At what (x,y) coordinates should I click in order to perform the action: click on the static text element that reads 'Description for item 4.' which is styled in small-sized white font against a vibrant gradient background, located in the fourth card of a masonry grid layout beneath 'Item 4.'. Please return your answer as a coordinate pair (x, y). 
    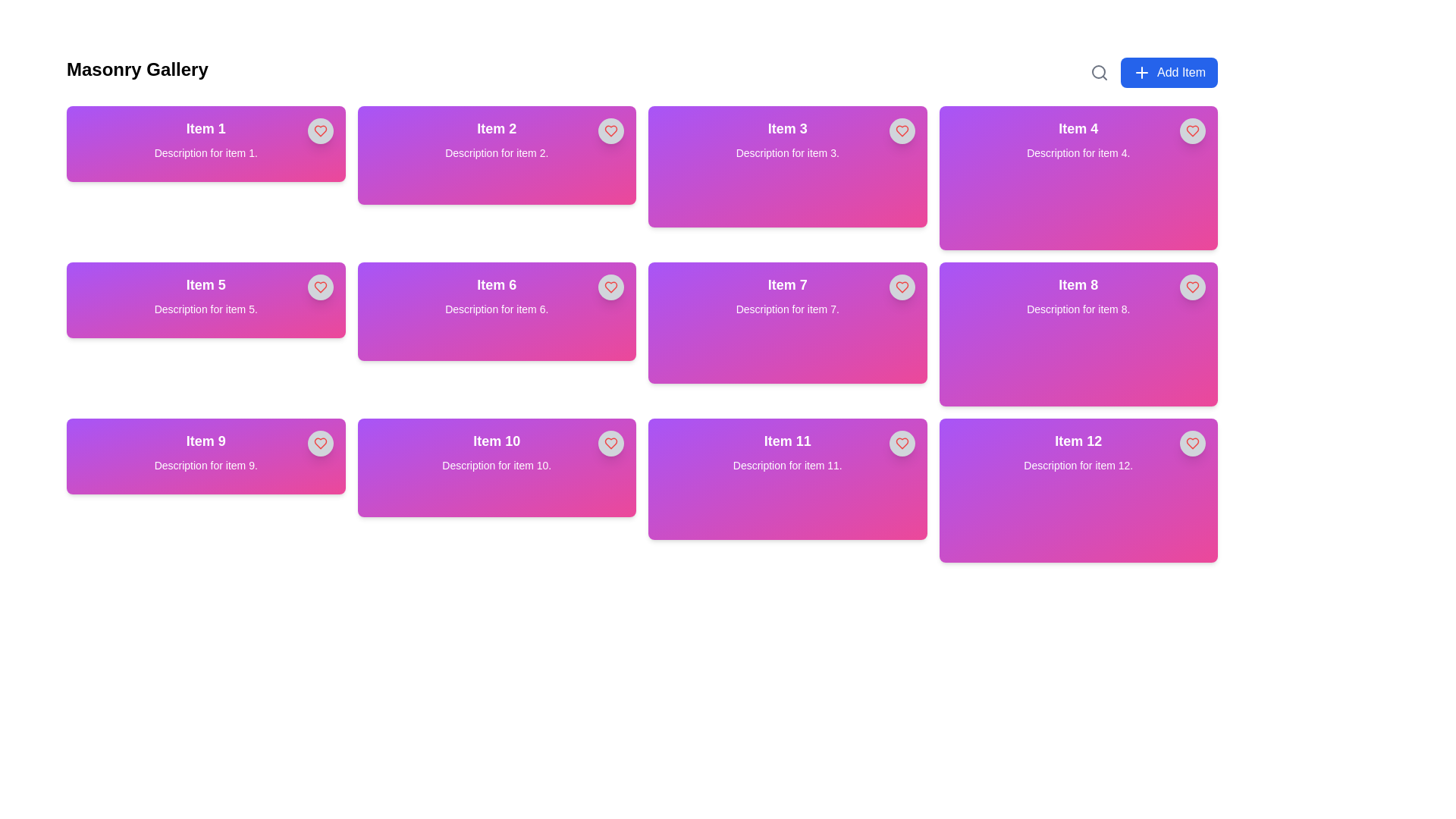
    Looking at the image, I should click on (1078, 152).